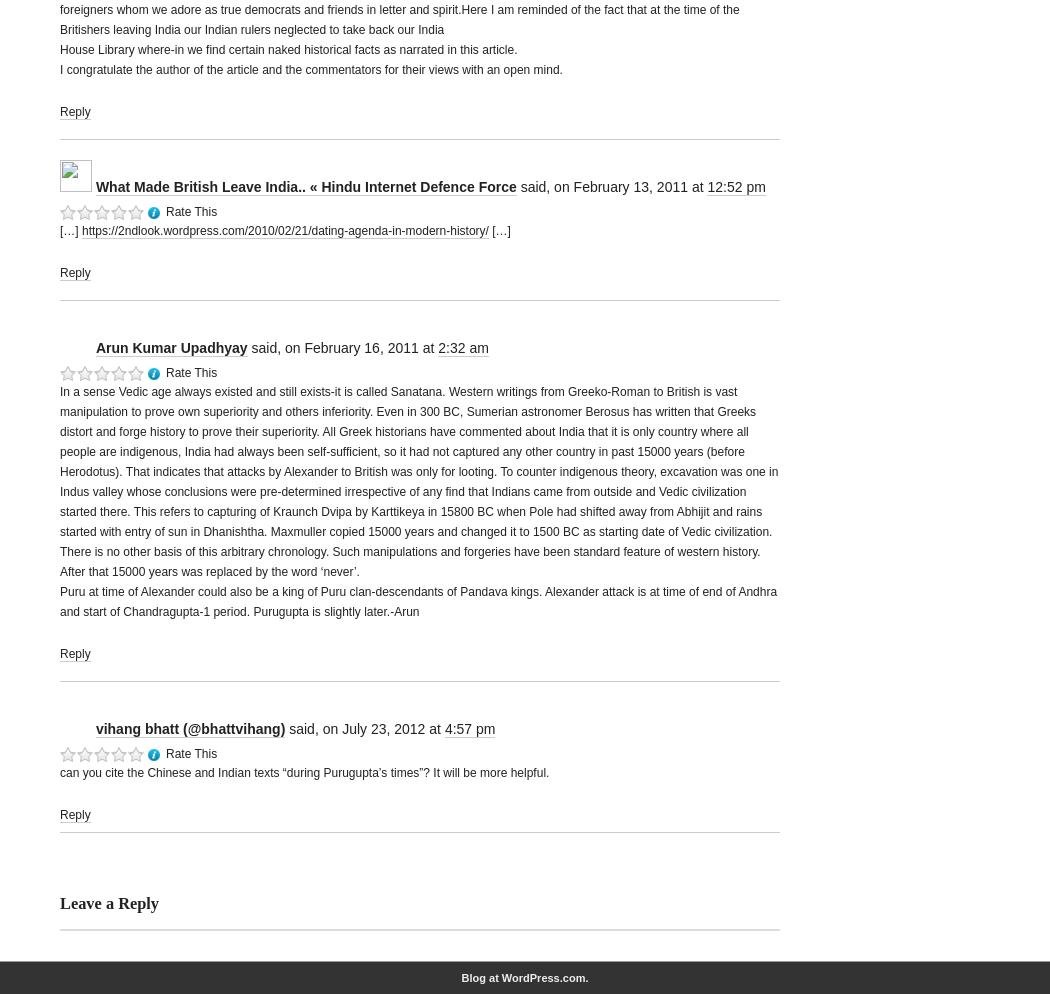 This screenshot has width=1050, height=994. I want to click on 'Puru at time of Alexander could also be a king of Puru clan-descendants of Pandava kings. Alexander attack is at time of end of Andhra and start of Chandragupta-1 period. Purugupta is slightly later.-Arun', so click(58, 601).